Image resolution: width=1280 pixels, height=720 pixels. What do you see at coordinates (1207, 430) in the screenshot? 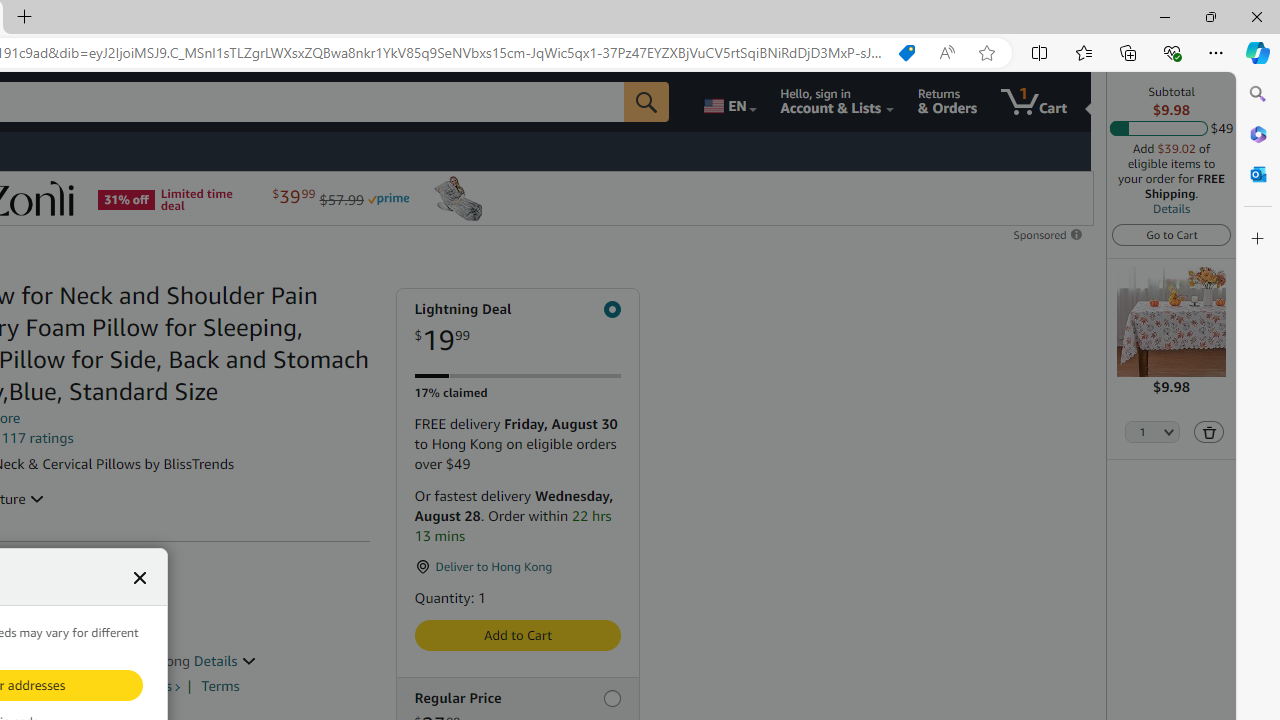
I see `'Delete'` at bounding box center [1207, 430].